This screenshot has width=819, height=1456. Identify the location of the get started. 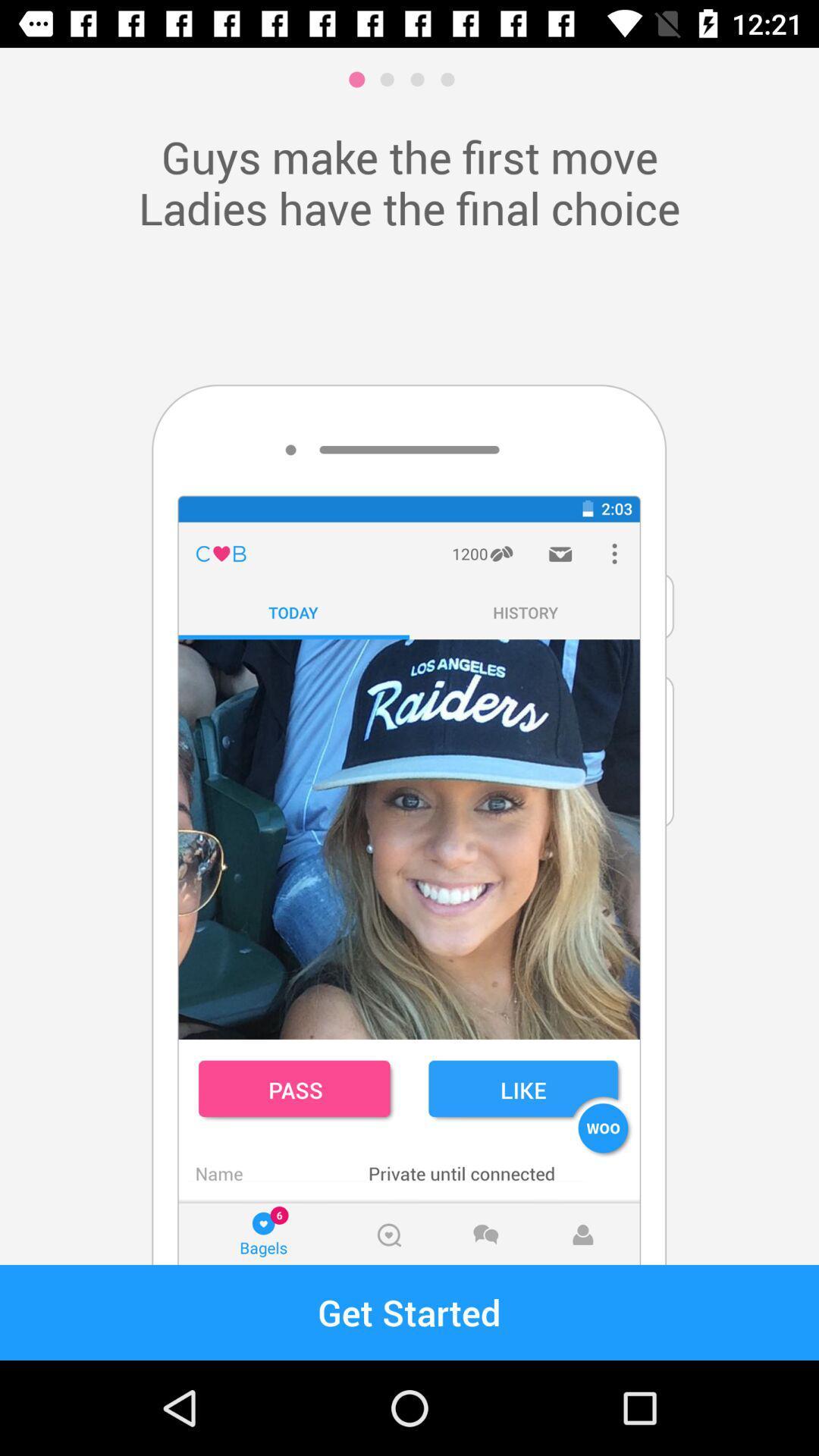
(409, 1312).